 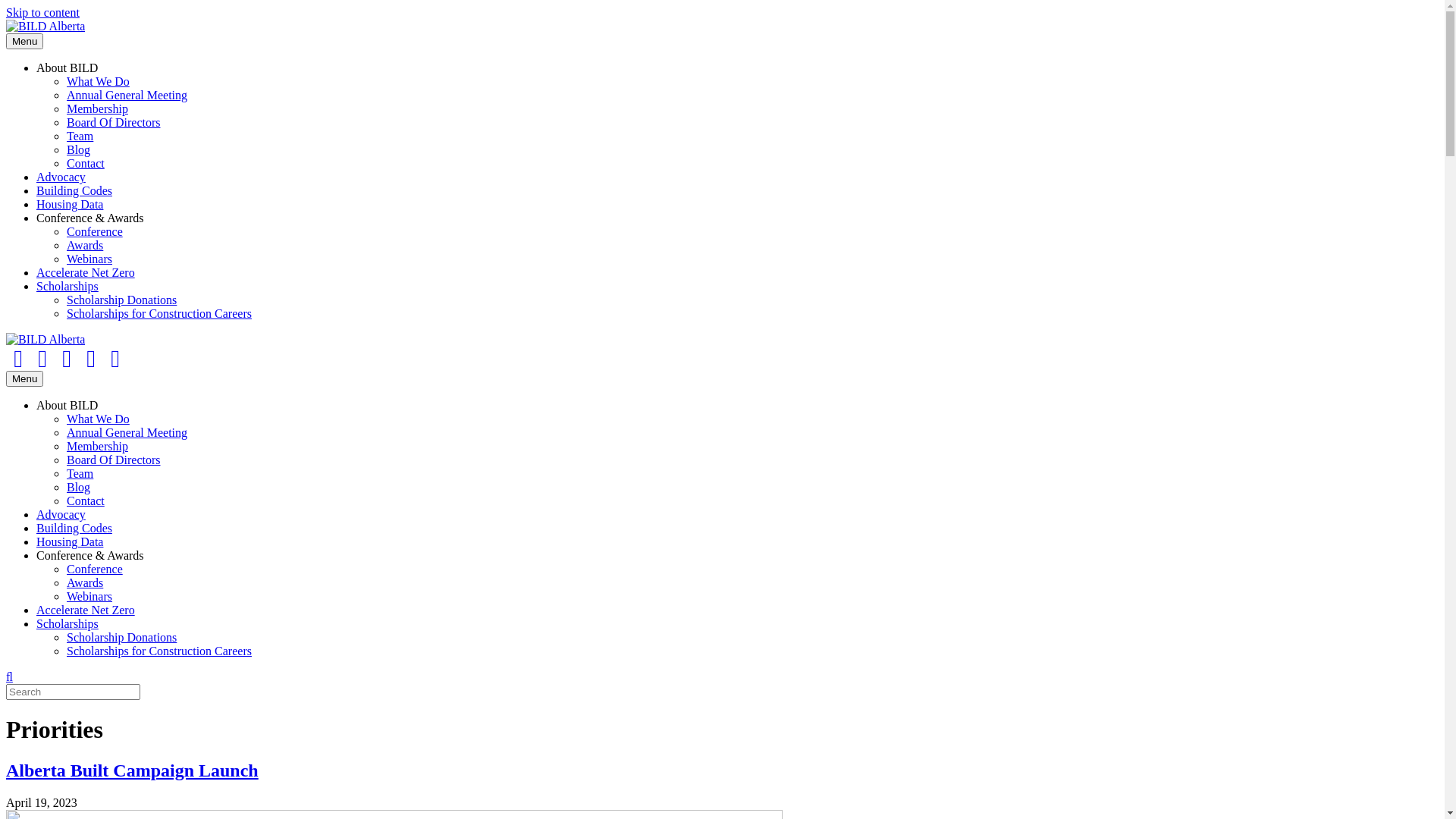 I want to click on 'Membership', so click(x=96, y=445).